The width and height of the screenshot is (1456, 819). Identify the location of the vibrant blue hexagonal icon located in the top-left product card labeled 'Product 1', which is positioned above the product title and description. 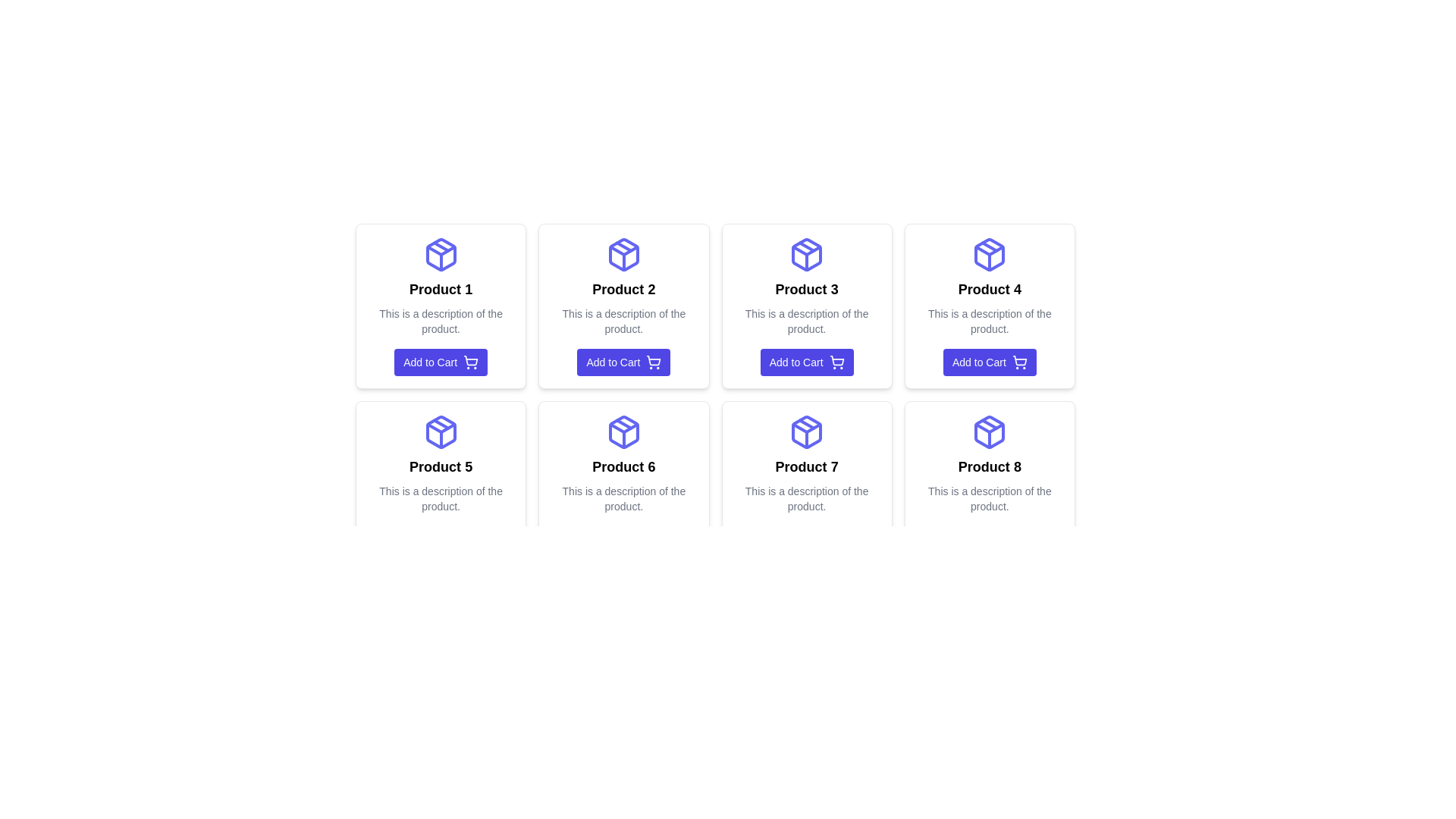
(440, 253).